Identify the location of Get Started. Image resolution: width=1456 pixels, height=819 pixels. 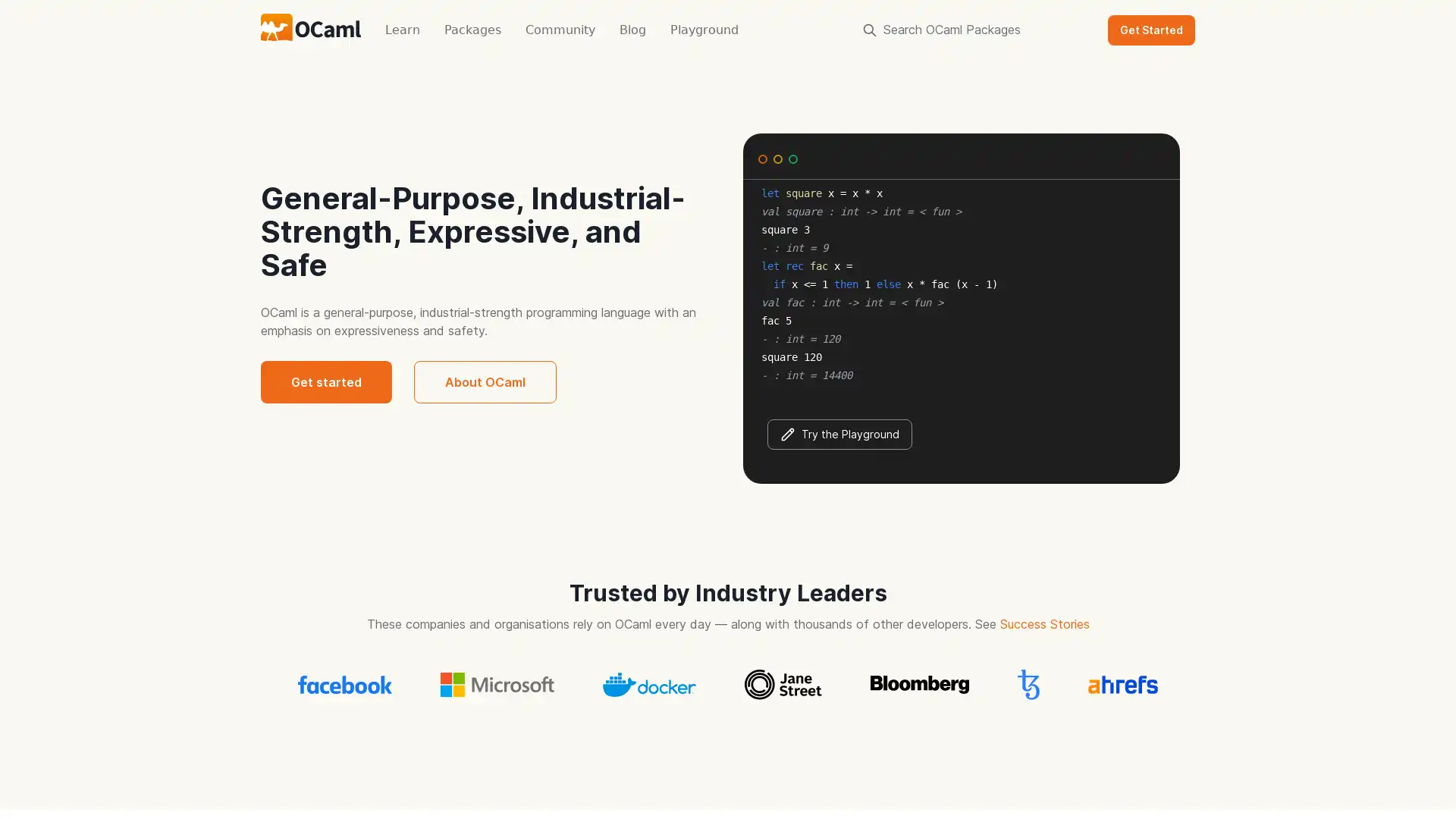
(1151, 29).